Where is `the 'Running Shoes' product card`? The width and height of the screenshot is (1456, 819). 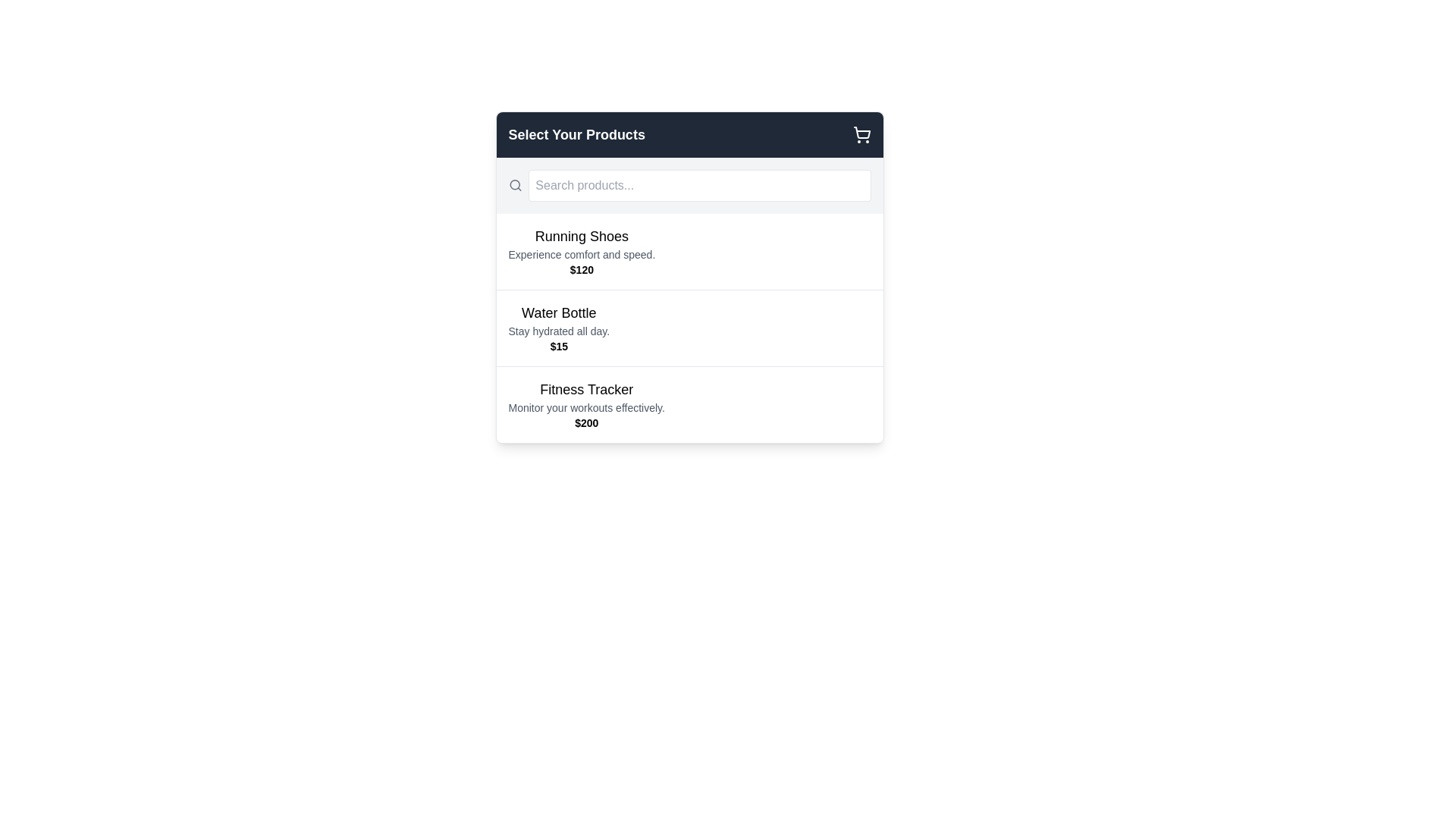
the 'Running Shoes' product card is located at coordinates (689, 250).